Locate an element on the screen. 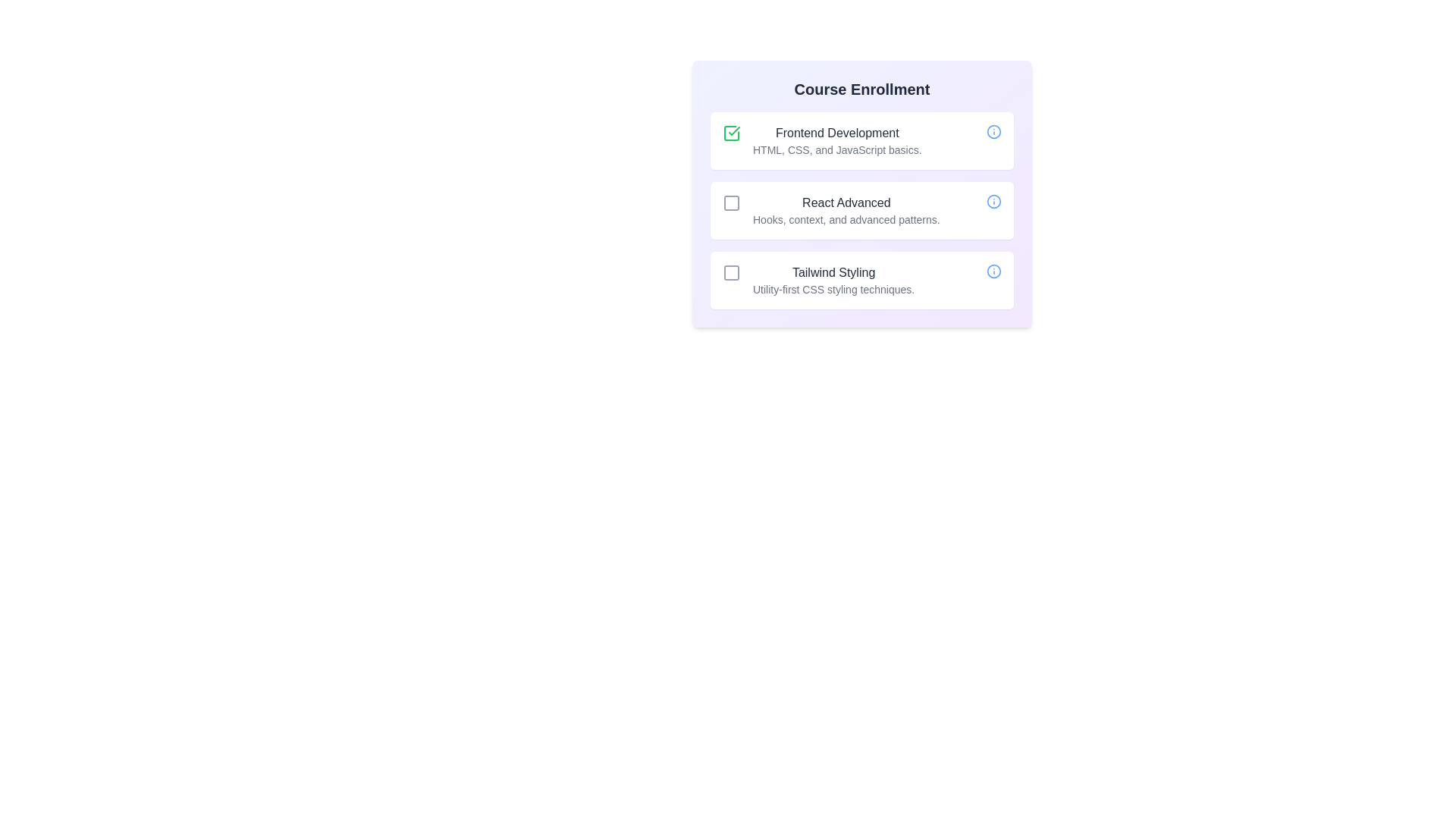 Image resolution: width=1456 pixels, height=819 pixels. the Circle (SVG Graphic Element) that serves as an icon for the 'React Advanced' course enrollment entry is located at coordinates (993, 201).